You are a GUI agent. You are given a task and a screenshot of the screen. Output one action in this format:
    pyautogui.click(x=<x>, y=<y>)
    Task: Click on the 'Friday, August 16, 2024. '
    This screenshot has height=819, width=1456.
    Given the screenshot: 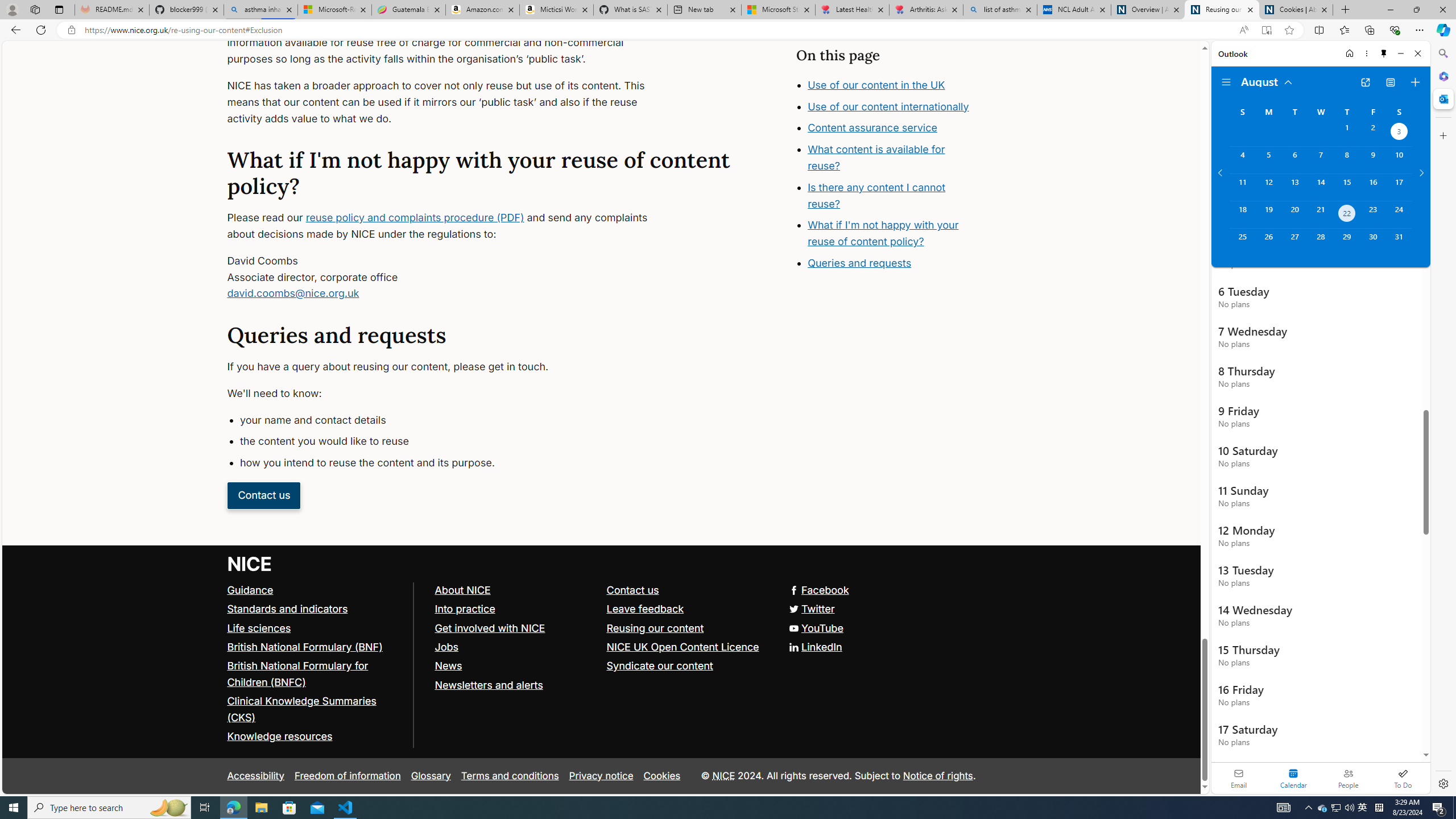 What is the action you would take?
    pyautogui.click(x=1372, y=187)
    